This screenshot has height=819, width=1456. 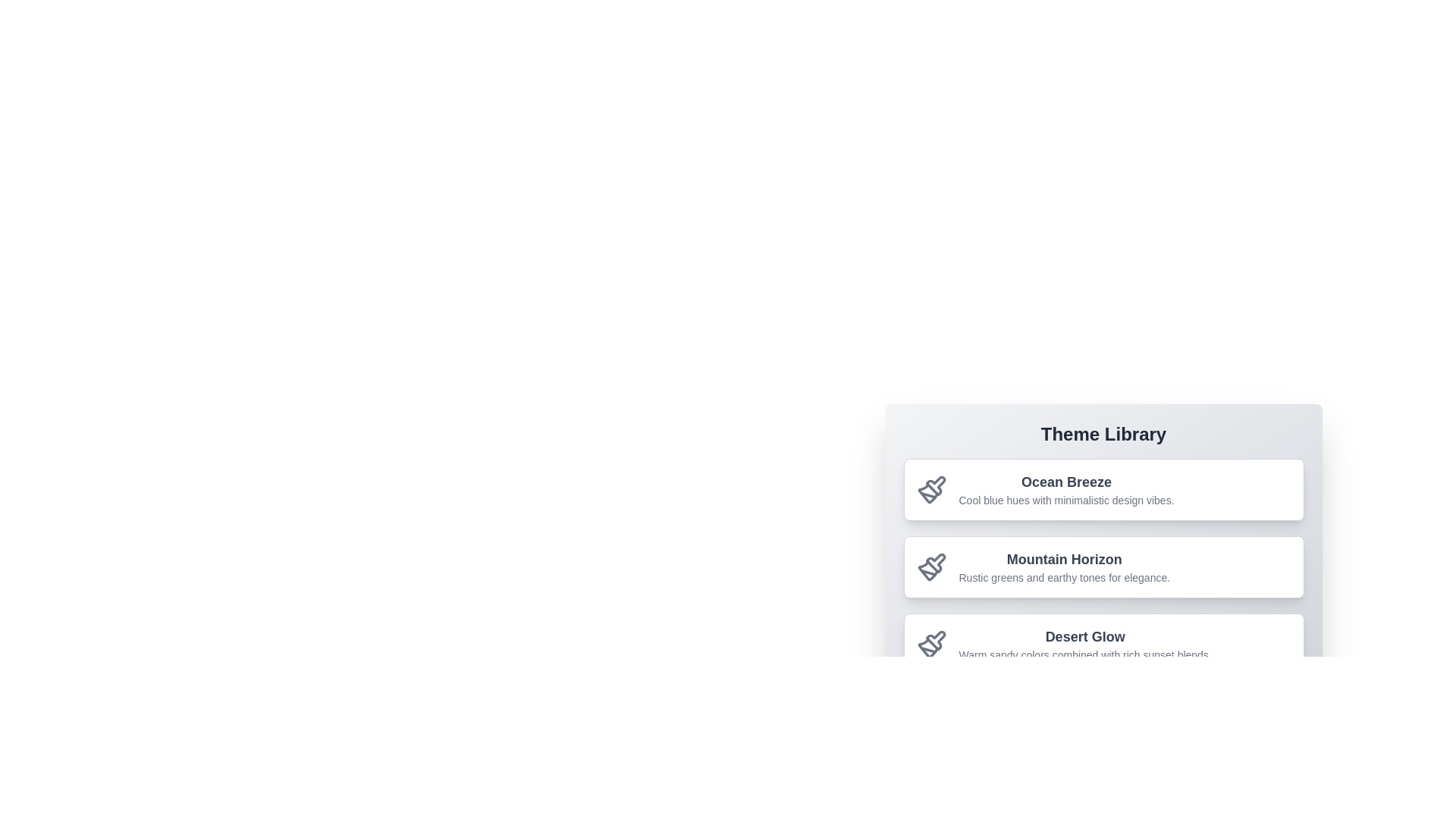 I want to click on the theme Ocean Breeze by clicking on its corresponding list item, so click(x=1103, y=489).